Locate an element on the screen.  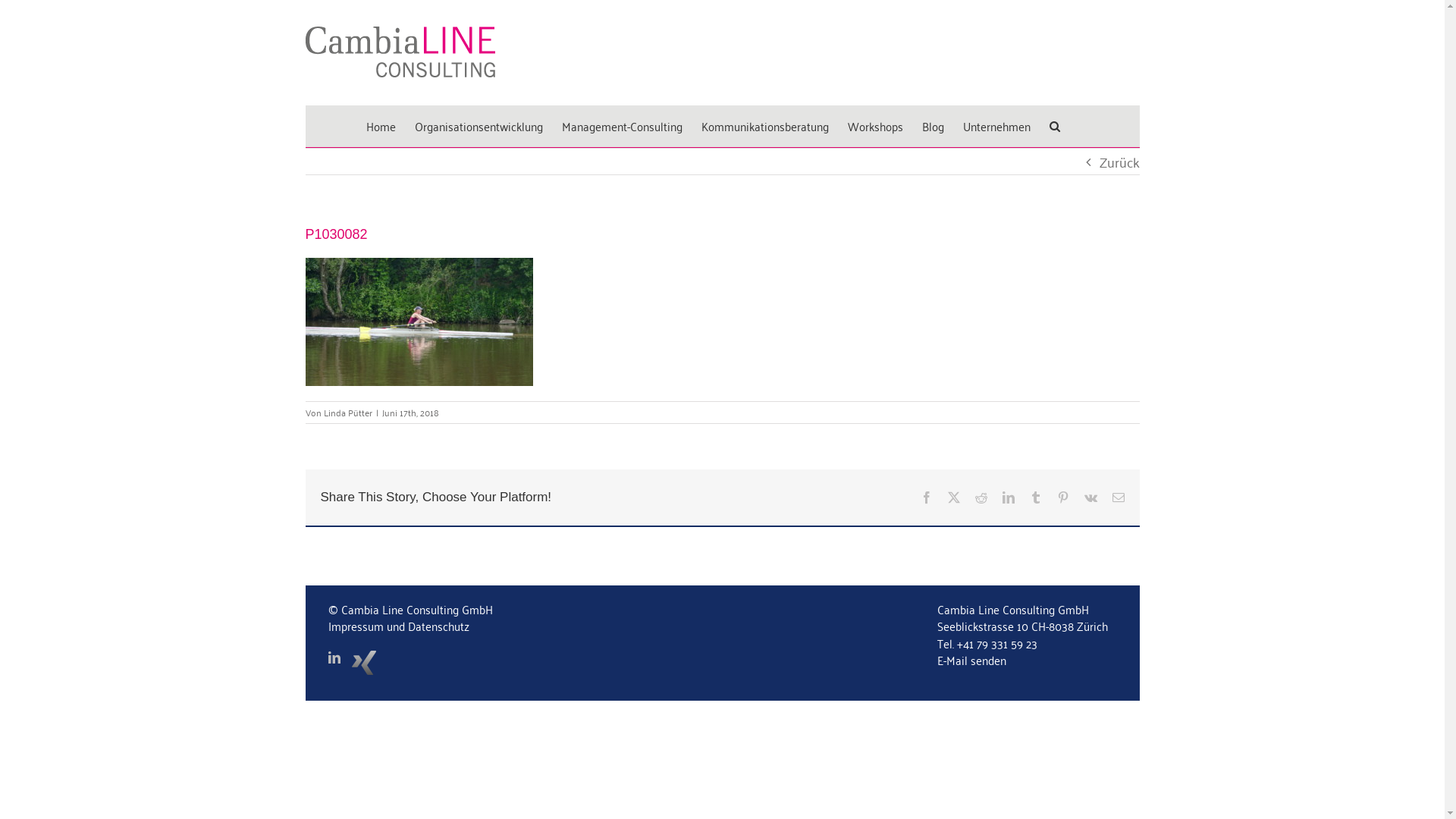
'Twitter' is located at coordinates (952, 497).